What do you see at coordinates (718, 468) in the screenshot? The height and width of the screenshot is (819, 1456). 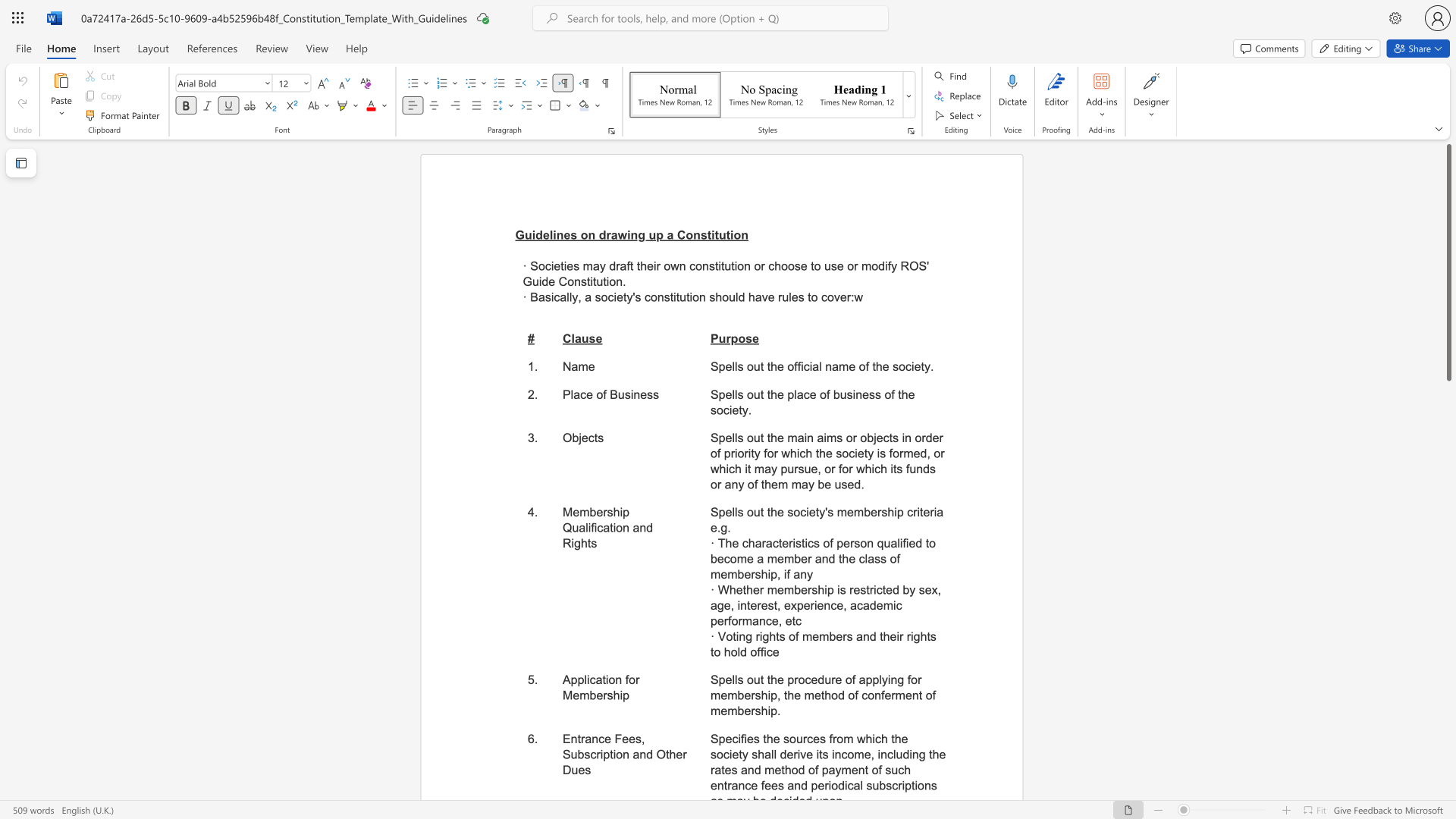 I see `the subset text "hich it may pursue, or for which its funds or a" within the text "Spells out the main aims or objects in order of priority for which the society is formed, or which it may pursue, or for which its funds or any of them may be used."` at bounding box center [718, 468].